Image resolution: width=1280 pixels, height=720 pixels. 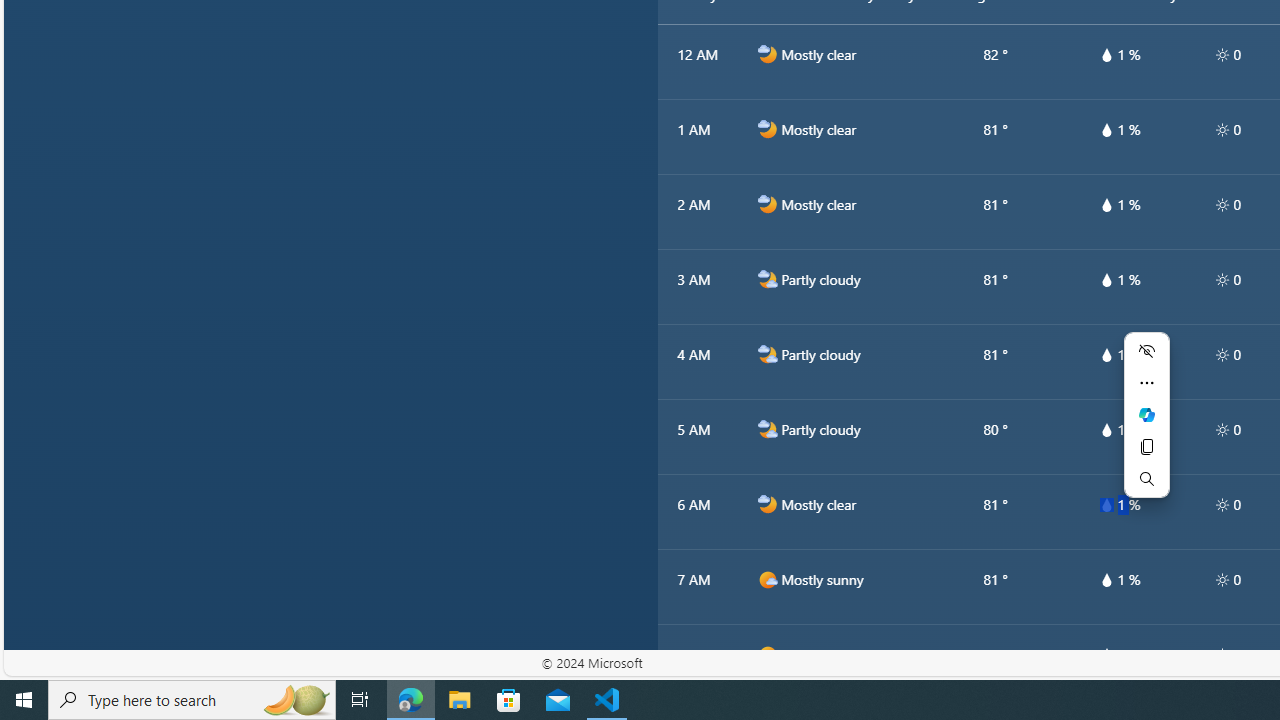 What do you see at coordinates (1146, 414) in the screenshot?
I see `'Ask Copilot'` at bounding box center [1146, 414].